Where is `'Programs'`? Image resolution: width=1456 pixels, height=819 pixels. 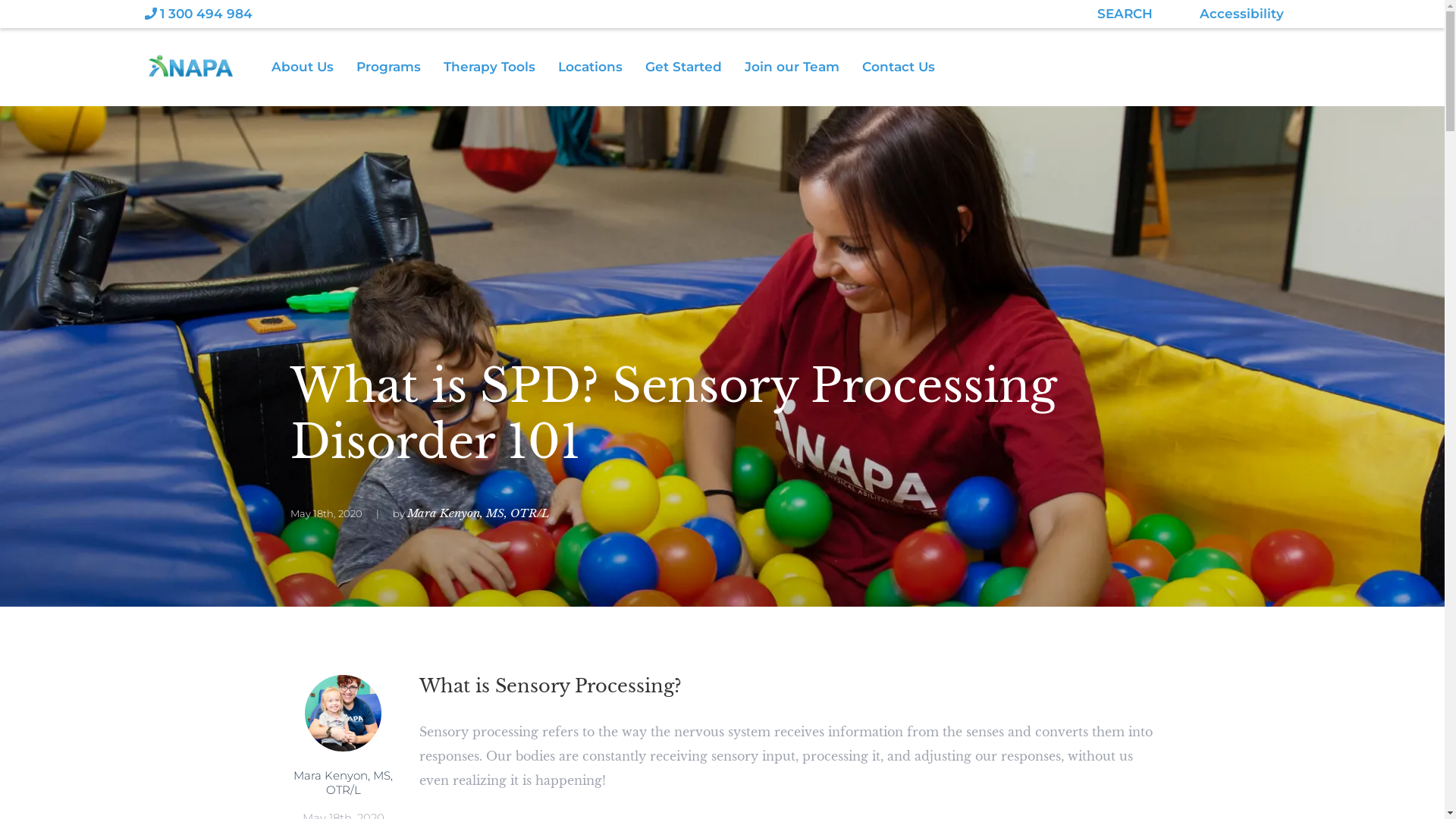 'Programs' is located at coordinates (400, 66).